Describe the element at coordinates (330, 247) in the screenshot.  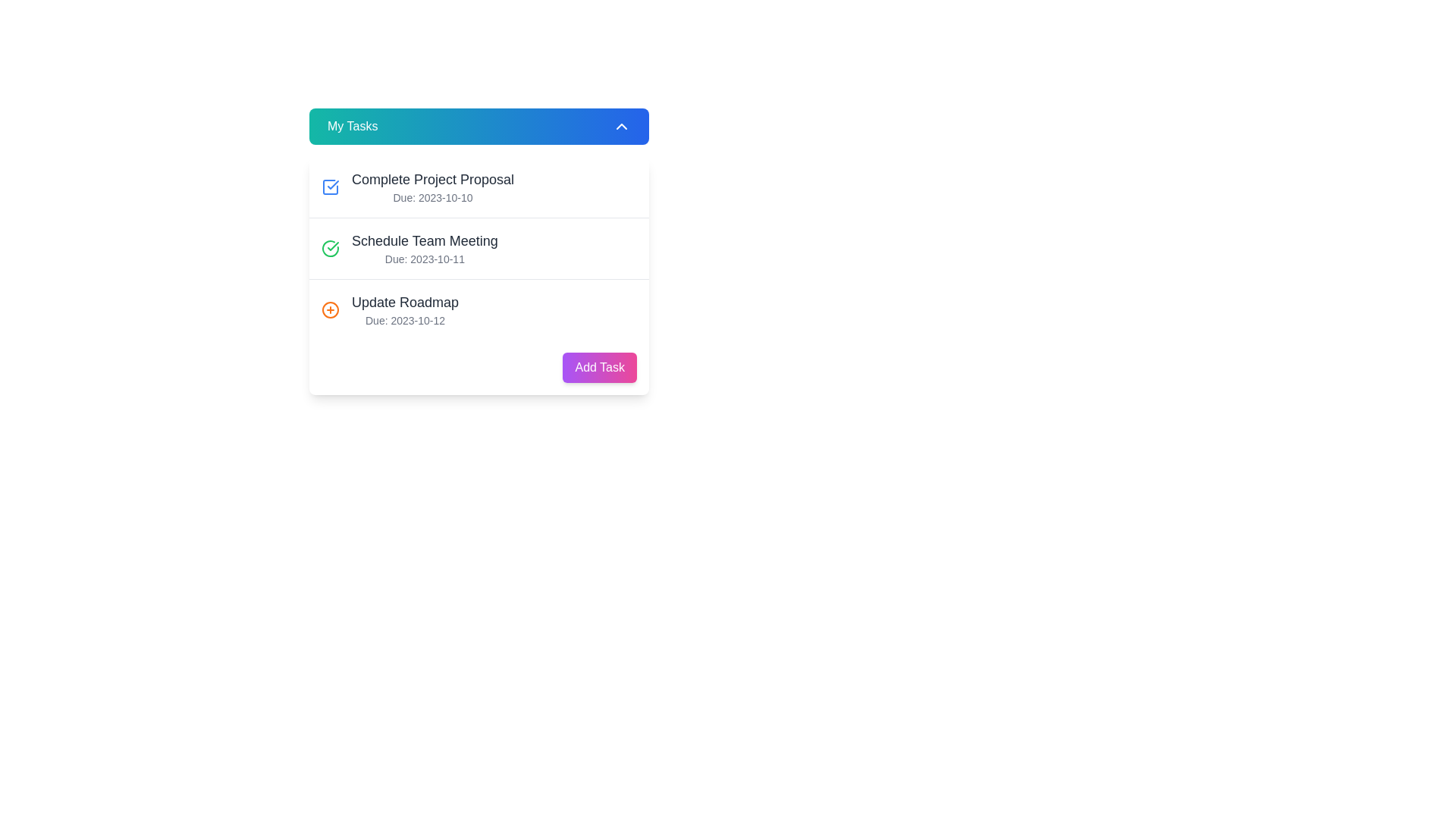
I see `the icon indicating a completed task titled 'Schedule Team Meeting', located to the left of the corresponding text in the task list` at that location.